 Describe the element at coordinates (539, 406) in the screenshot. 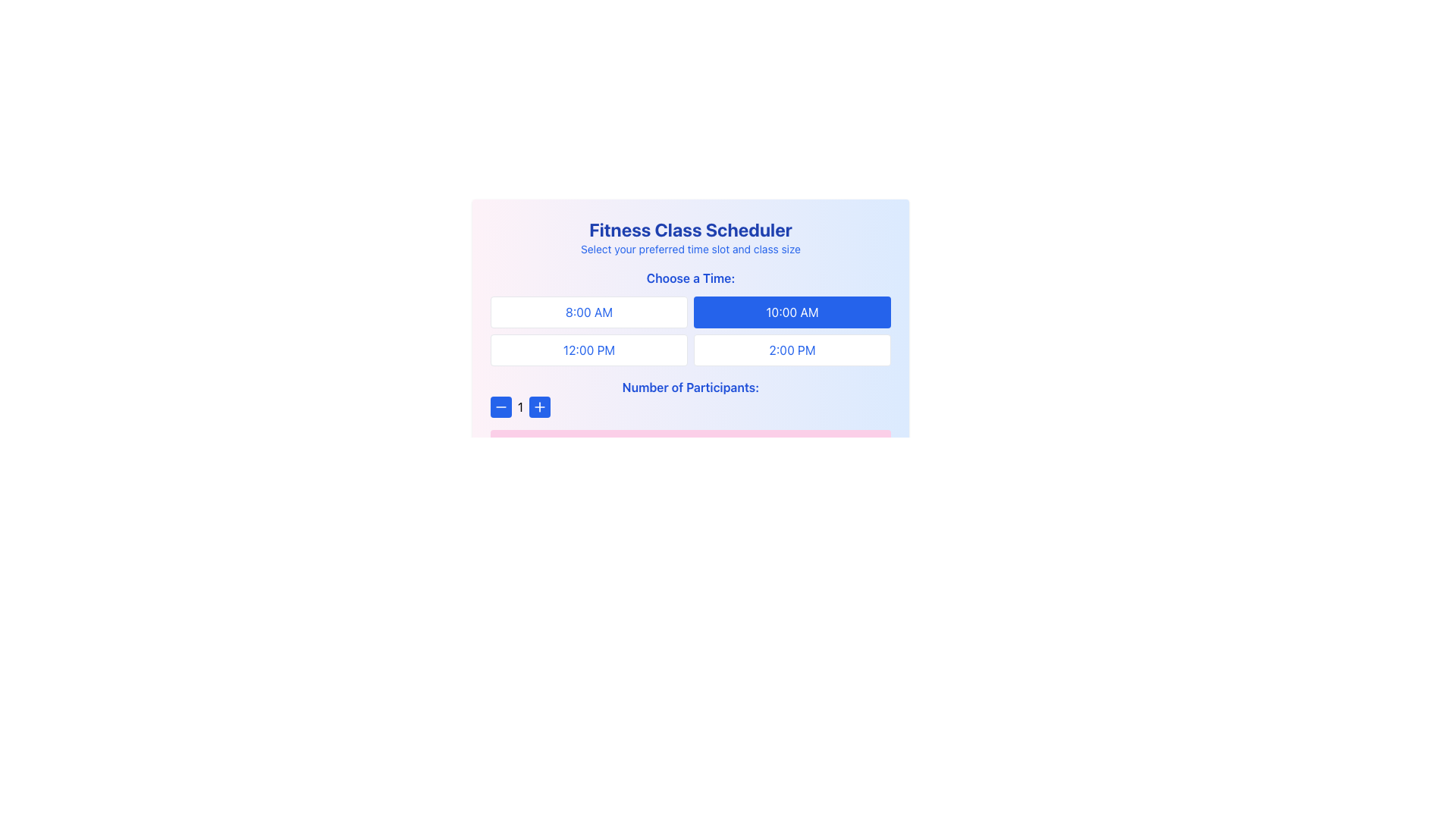

I see `the blue rectangular button with a white plus icon to increment the participant count` at that location.